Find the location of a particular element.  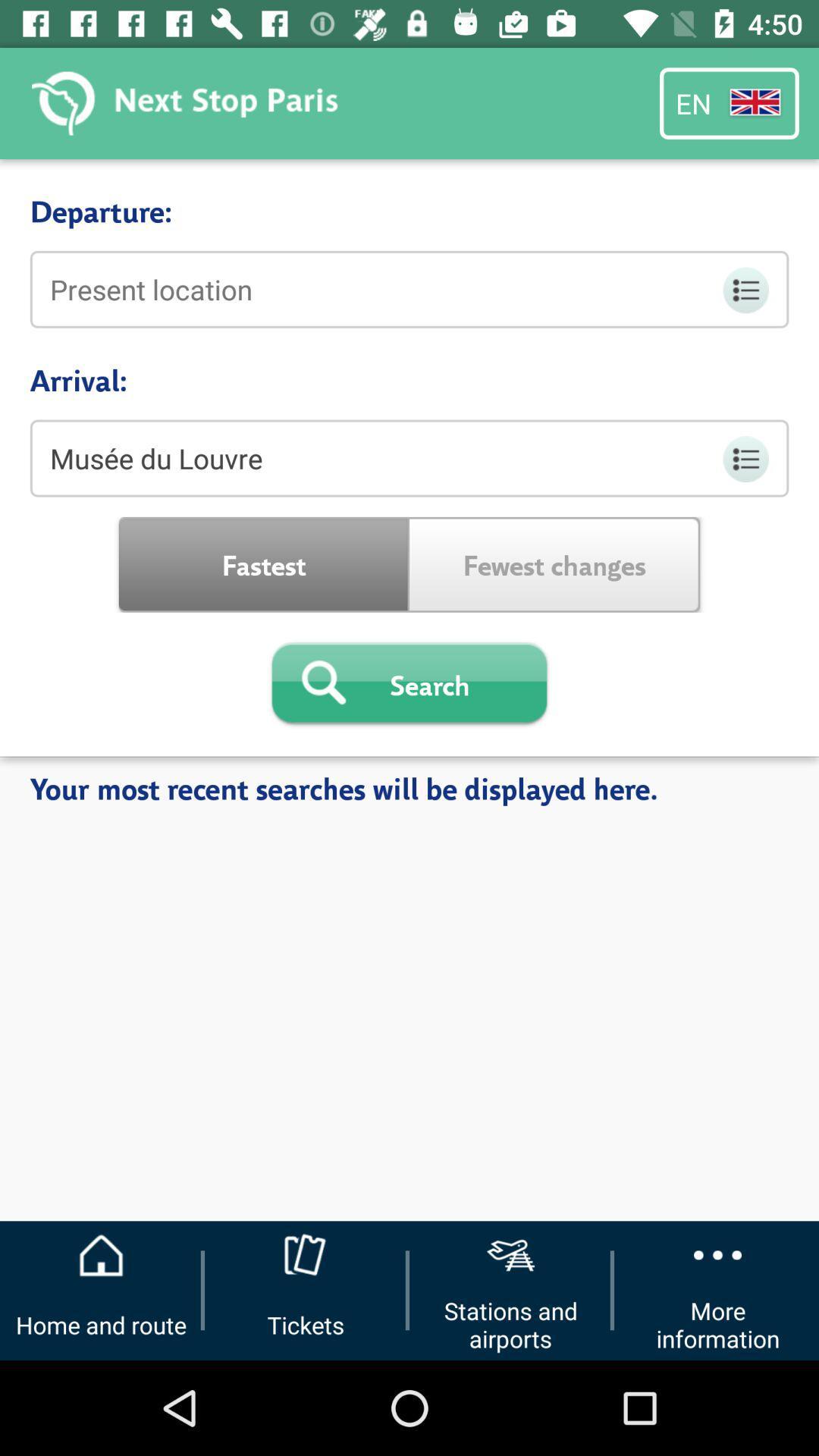

the list icon is located at coordinates (744, 458).